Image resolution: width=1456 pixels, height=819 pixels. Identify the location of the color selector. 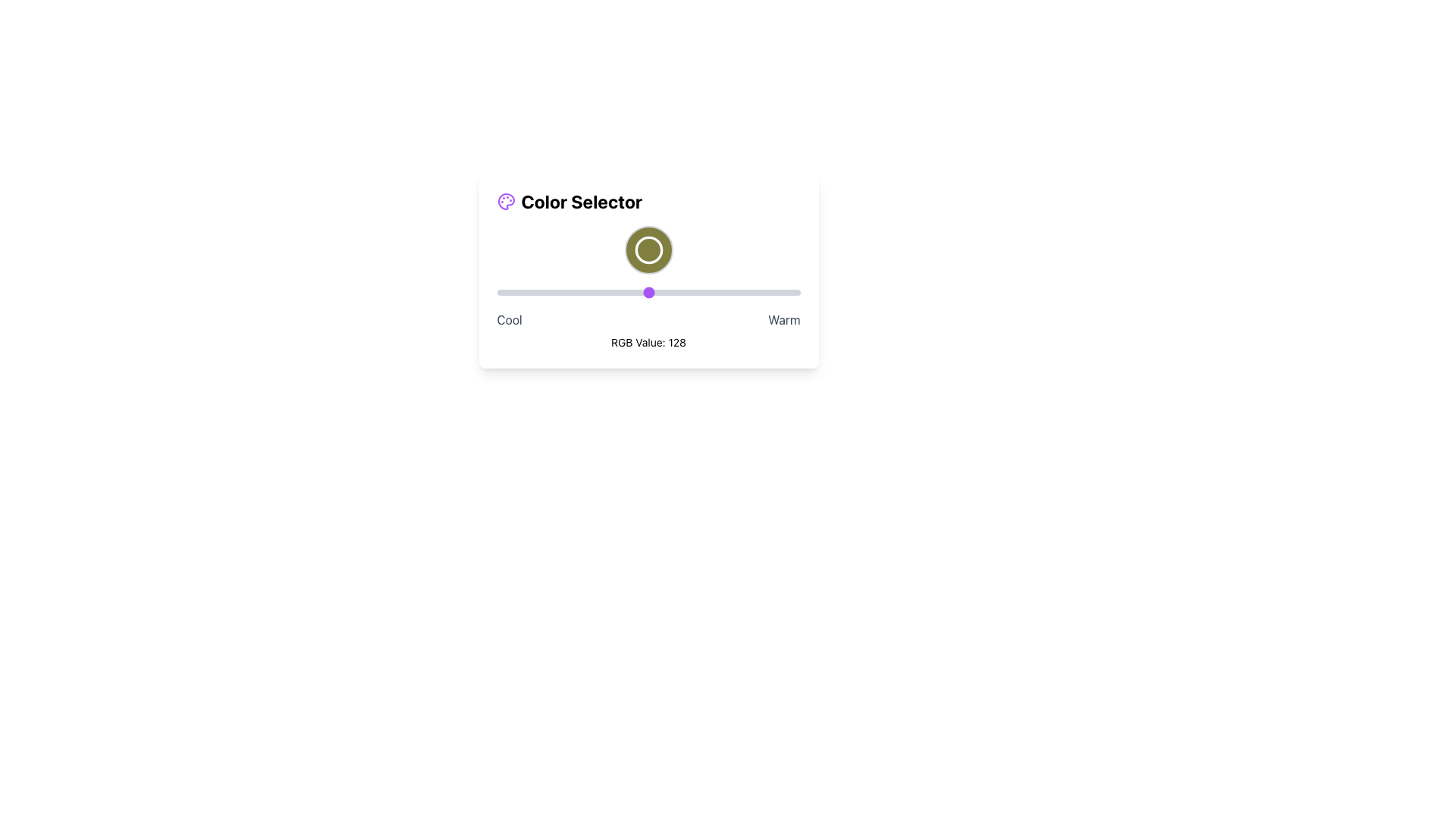
(660, 292).